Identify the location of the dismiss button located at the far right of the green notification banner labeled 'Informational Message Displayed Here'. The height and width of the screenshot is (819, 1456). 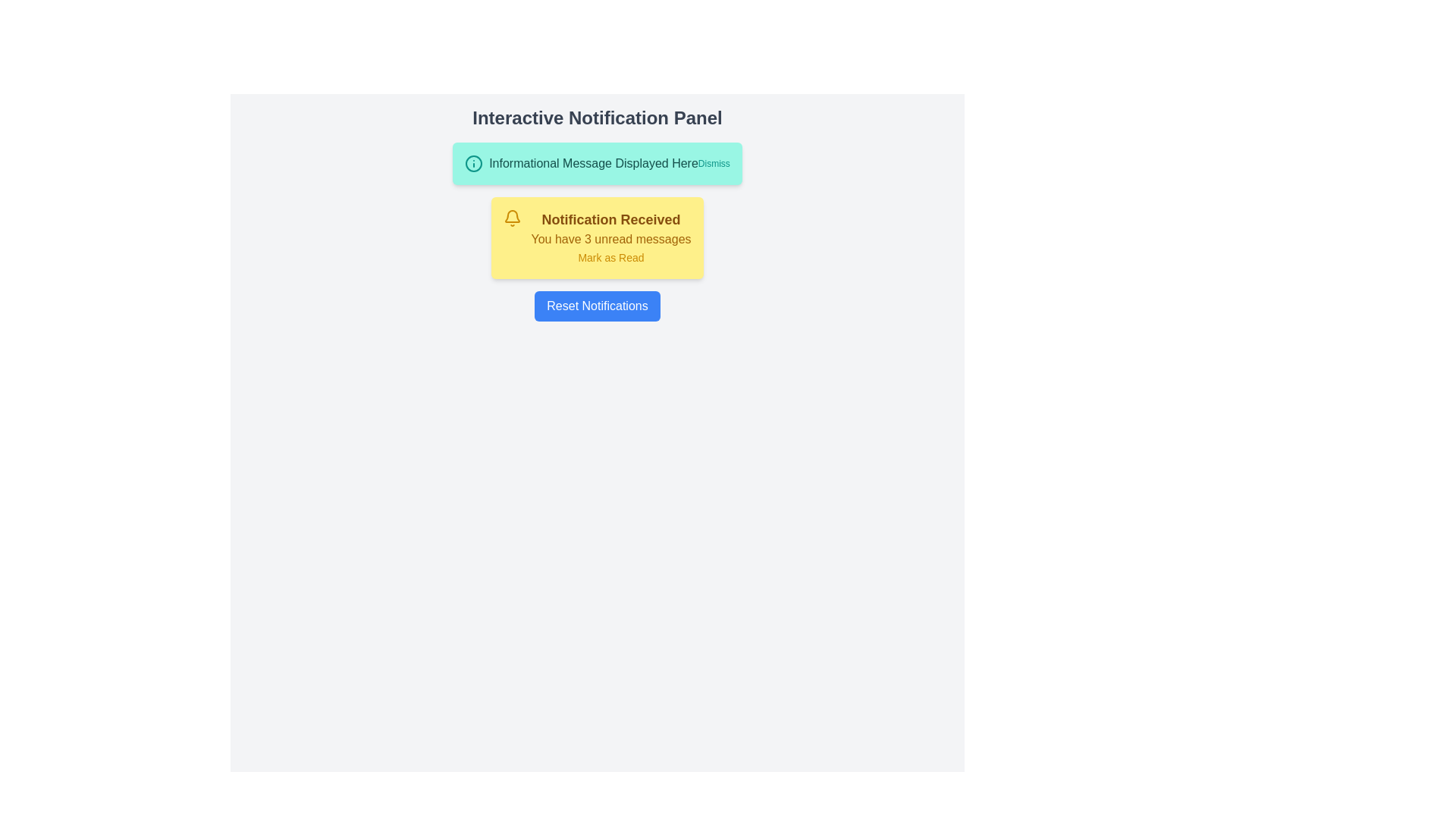
(713, 164).